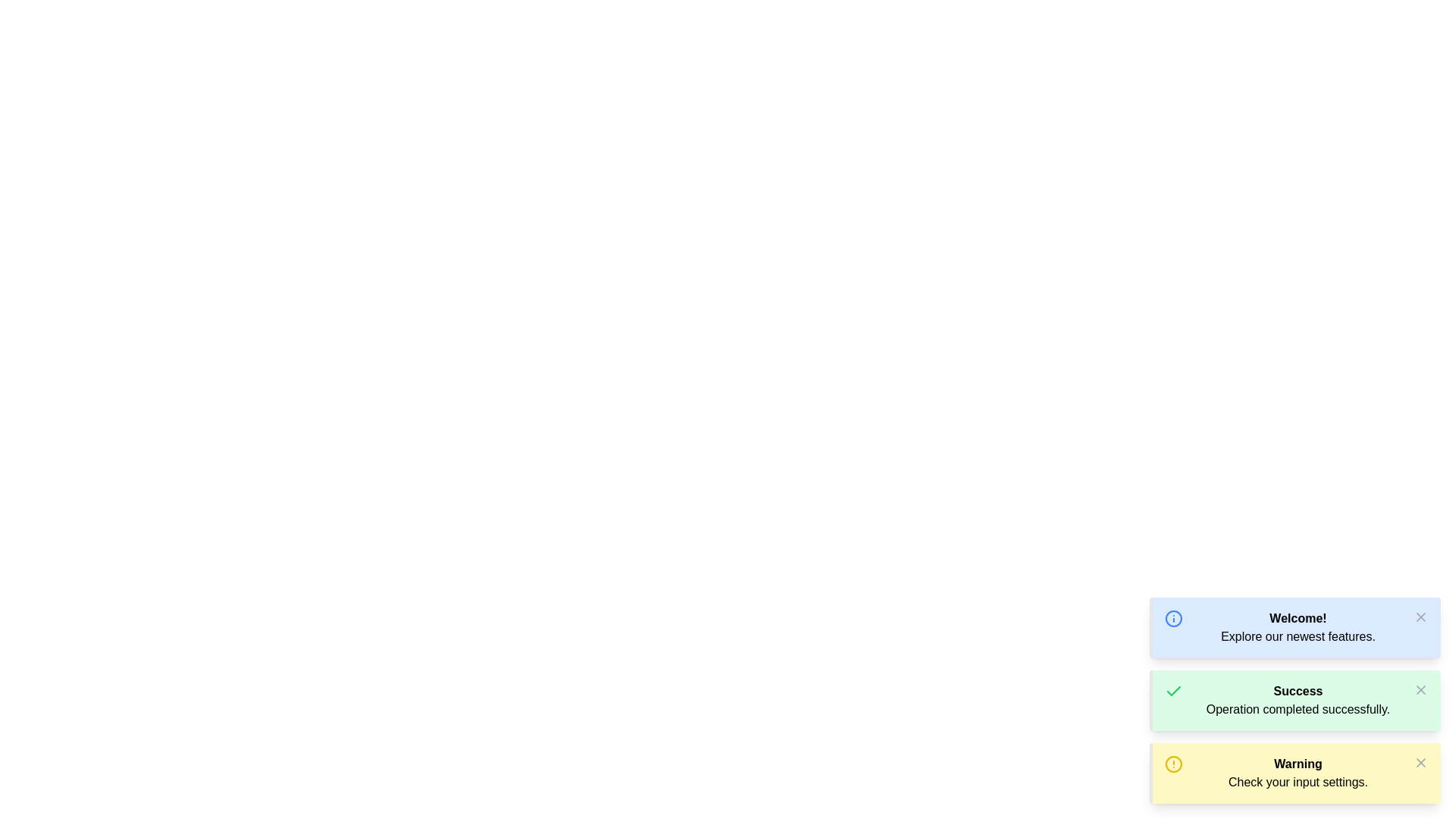 The width and height of the screenshot is (1456, 819). I want to click on the circular graphical icon component of the information icon located within the notification box labeled 'Welcome! Explore our newest features.', so click(1173, 619).